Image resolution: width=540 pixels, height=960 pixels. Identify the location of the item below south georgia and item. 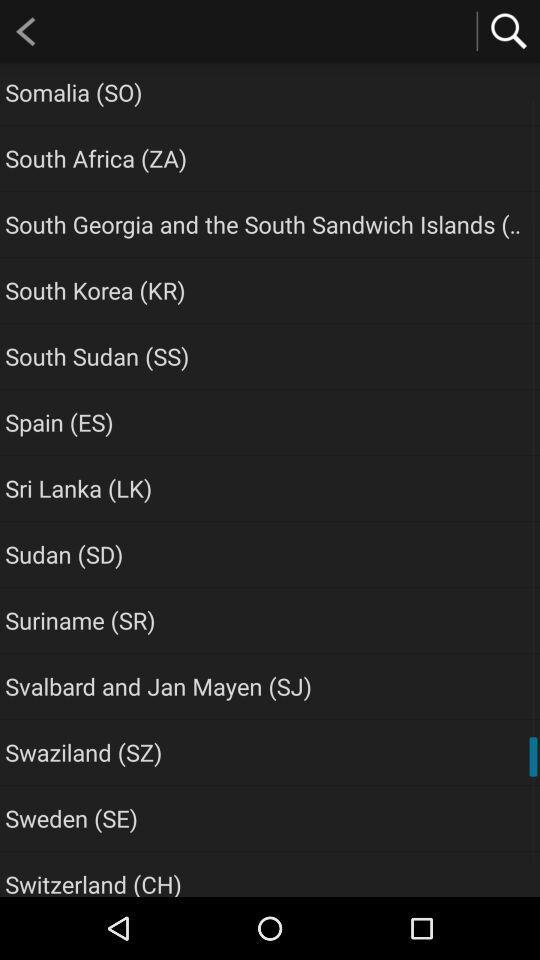
(94, 289).